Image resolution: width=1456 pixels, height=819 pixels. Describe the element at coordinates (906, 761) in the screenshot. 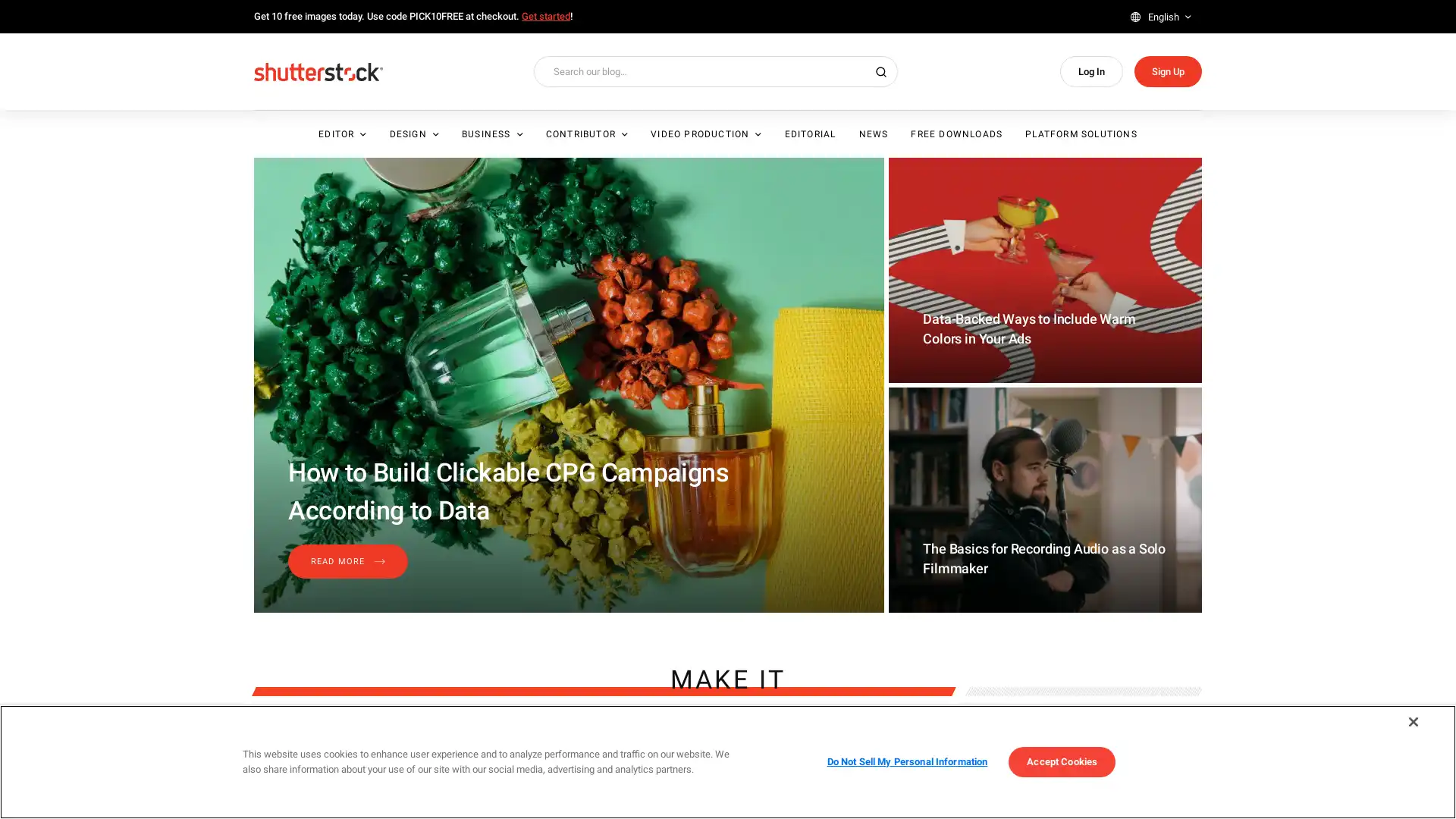

I see `Do Not Sell My Personal Information` at that location.